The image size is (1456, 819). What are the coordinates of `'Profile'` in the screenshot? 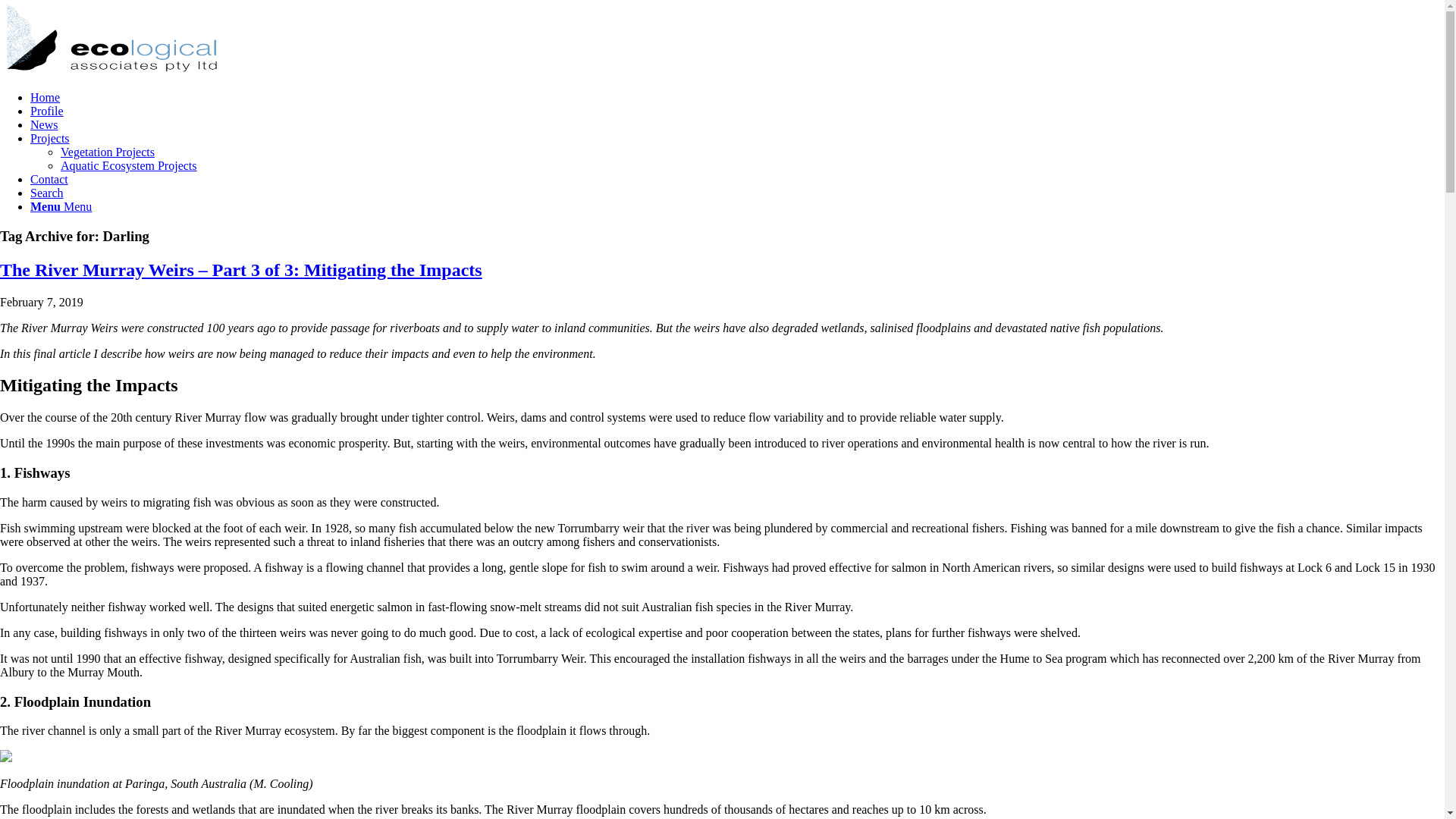 It's located at (47, 110).